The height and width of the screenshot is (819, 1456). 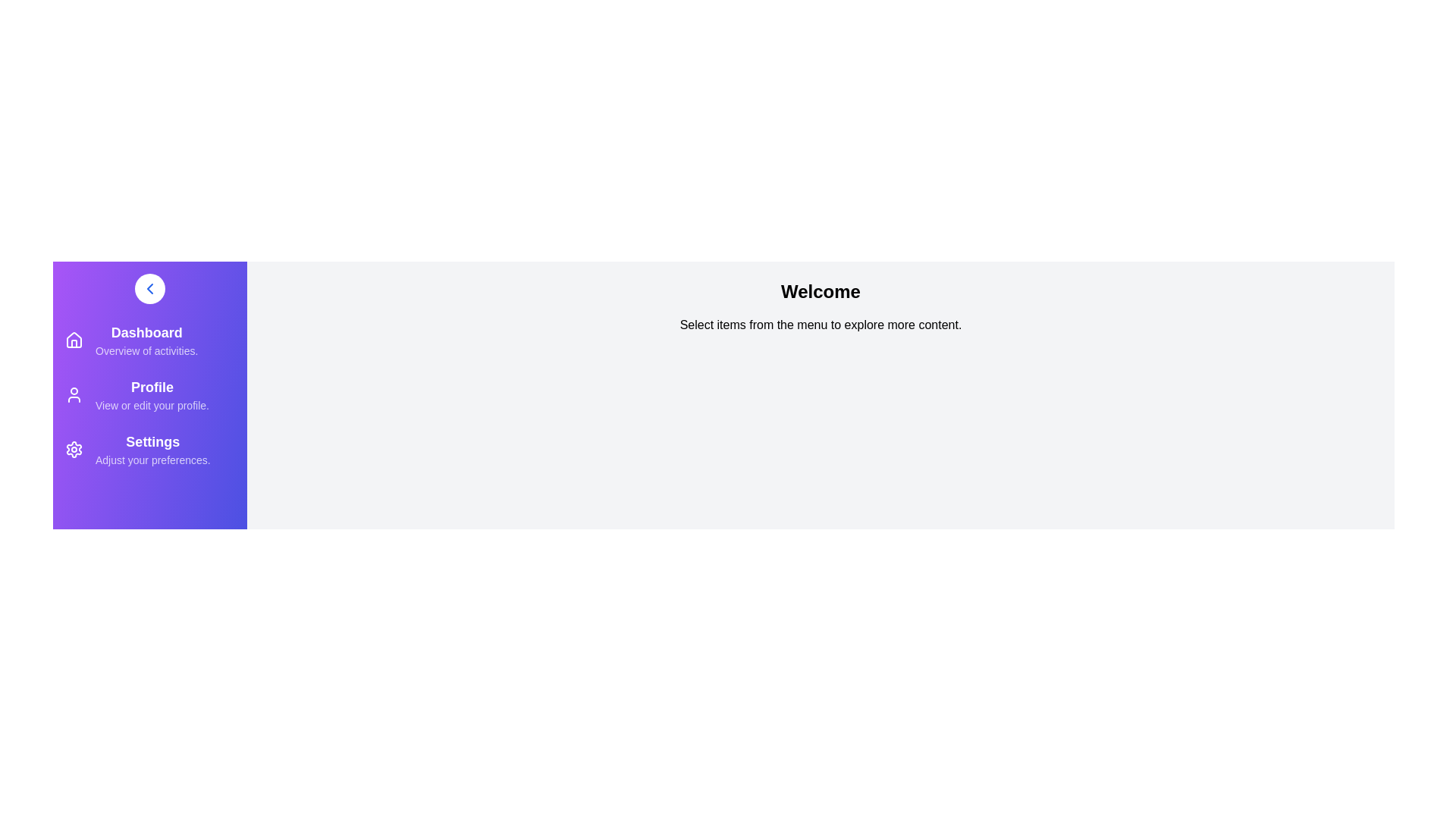 What do you see at coordinates (73, 449) in the screenshot?
I see `the menu item Settings to view its hover effects` at bounding box center [73, 449].